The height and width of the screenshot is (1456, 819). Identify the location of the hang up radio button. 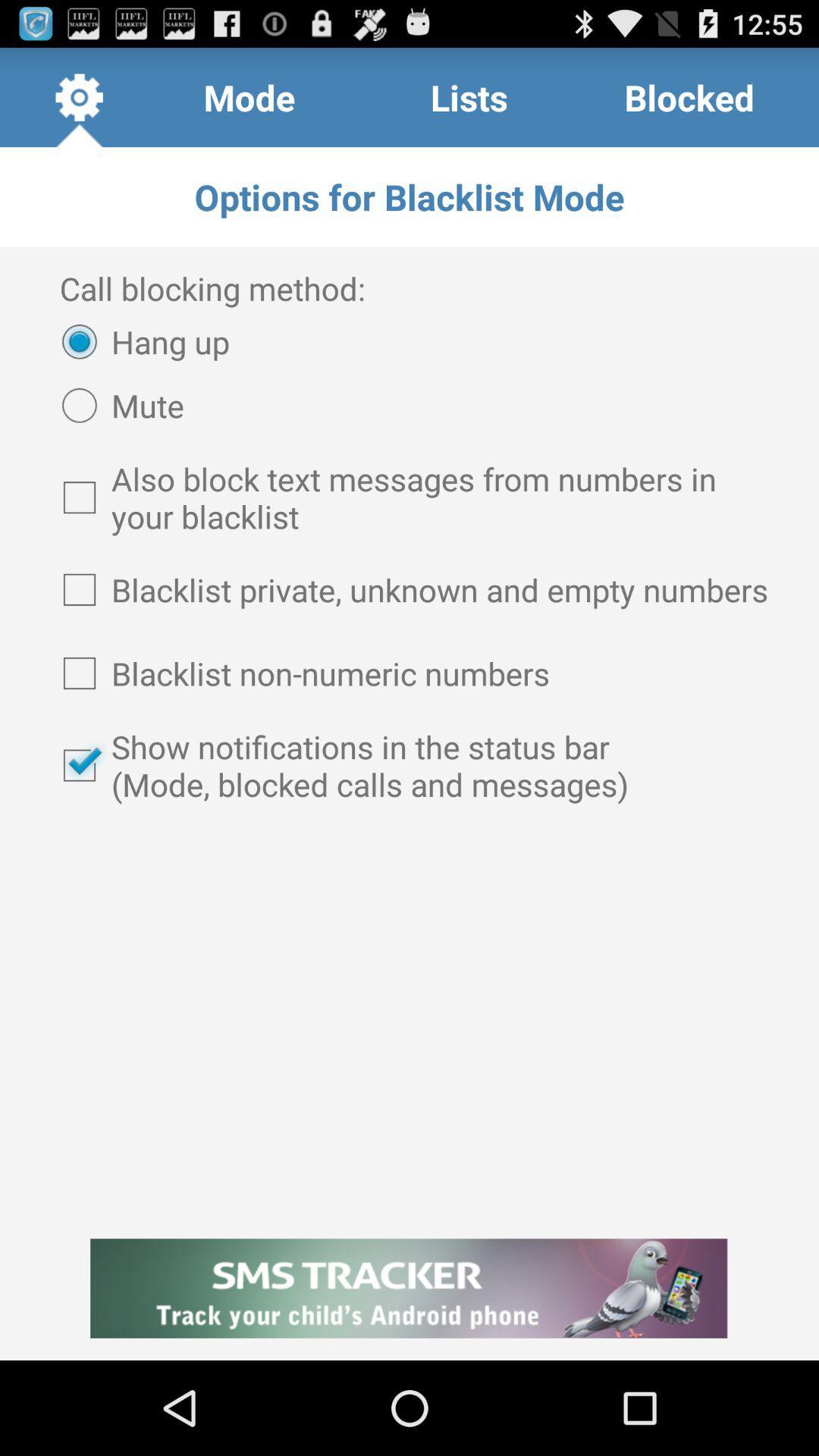
(138, 340).